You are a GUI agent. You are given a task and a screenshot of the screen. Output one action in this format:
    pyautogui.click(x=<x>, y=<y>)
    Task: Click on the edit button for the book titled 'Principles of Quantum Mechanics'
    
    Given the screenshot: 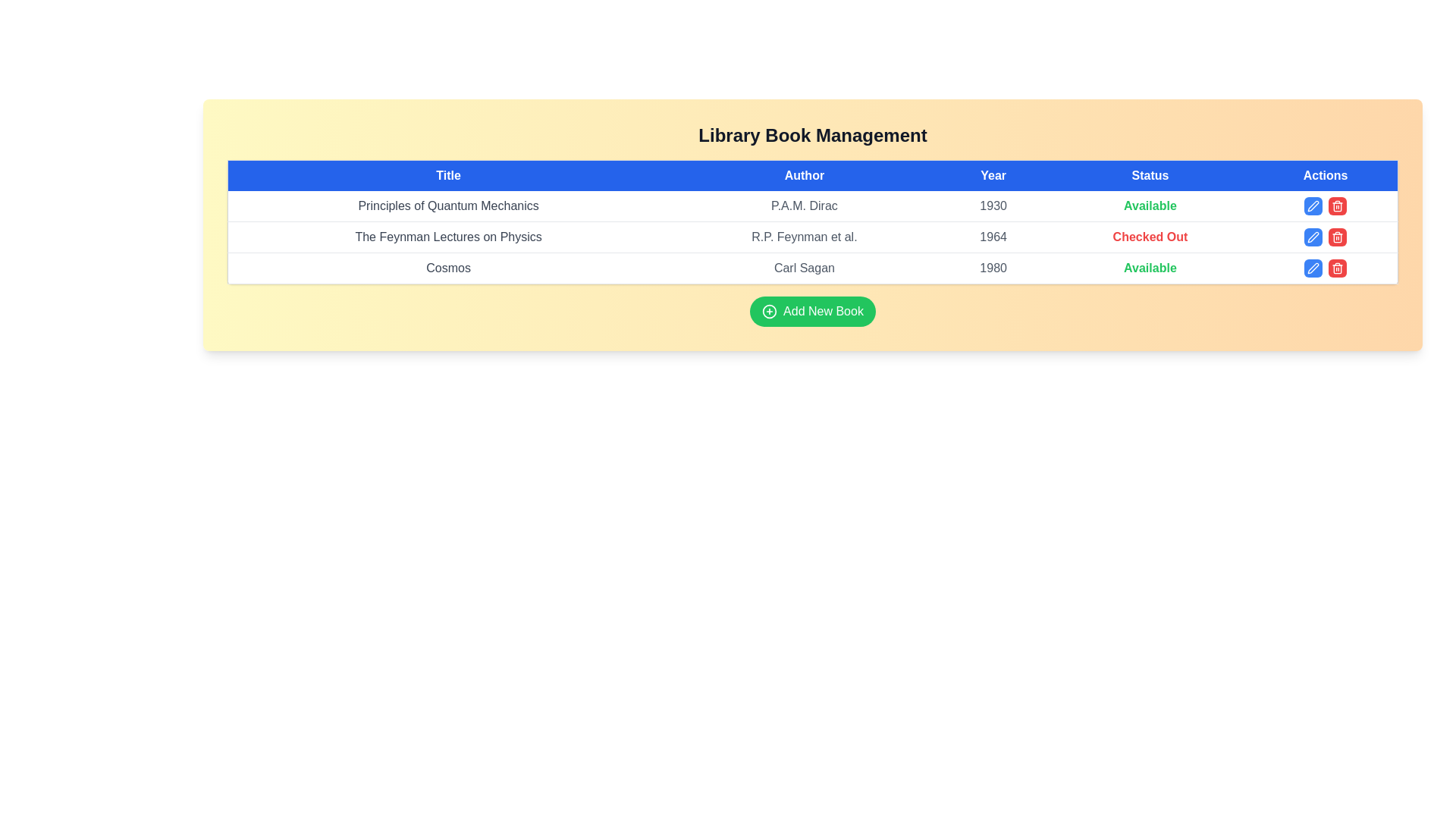 What is the action you would take?
    pyautogui.click(x=1313, y=206)
    